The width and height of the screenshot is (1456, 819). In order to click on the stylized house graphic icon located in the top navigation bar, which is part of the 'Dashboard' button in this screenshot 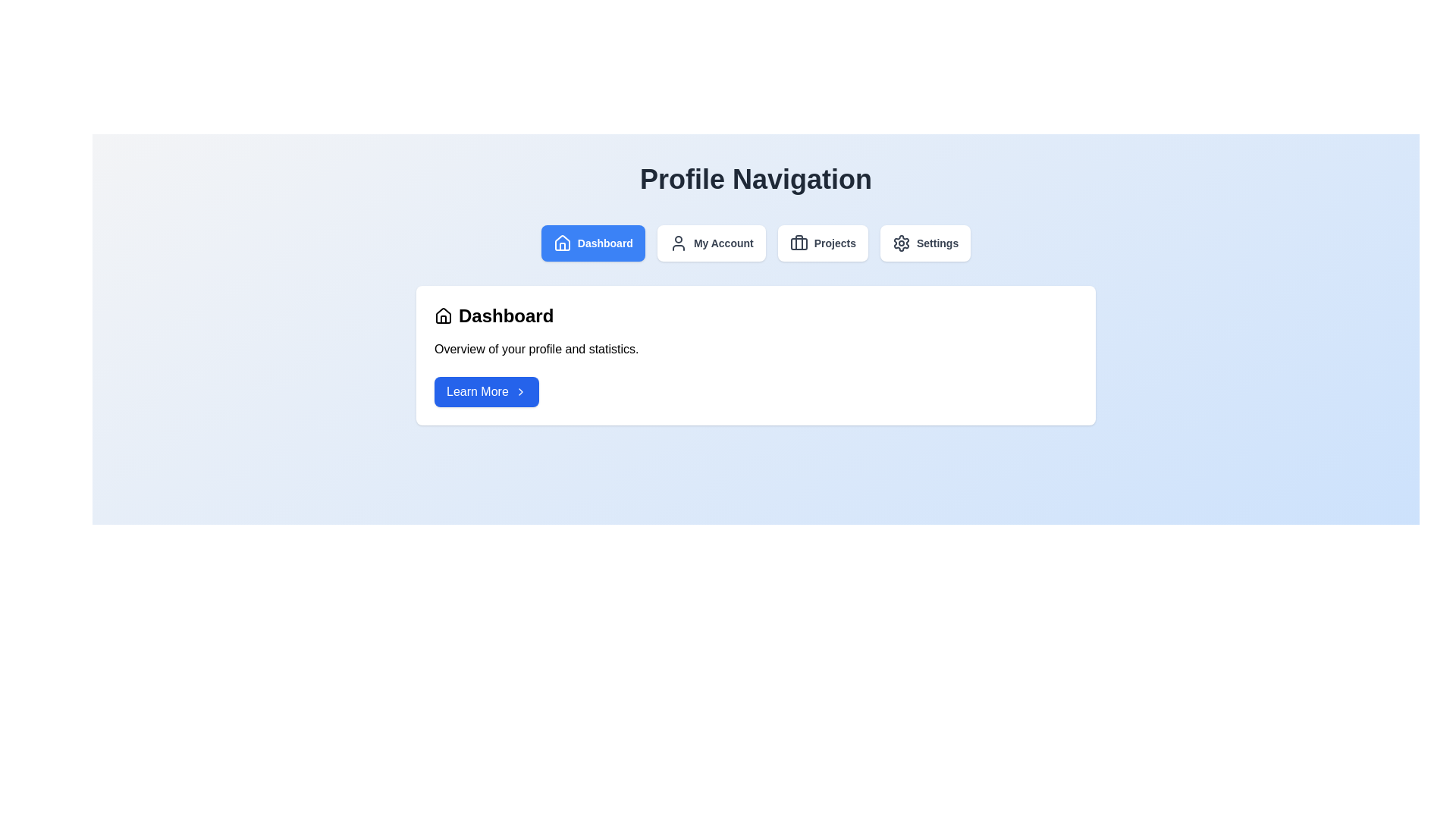, I will do `click(443, 315)`.